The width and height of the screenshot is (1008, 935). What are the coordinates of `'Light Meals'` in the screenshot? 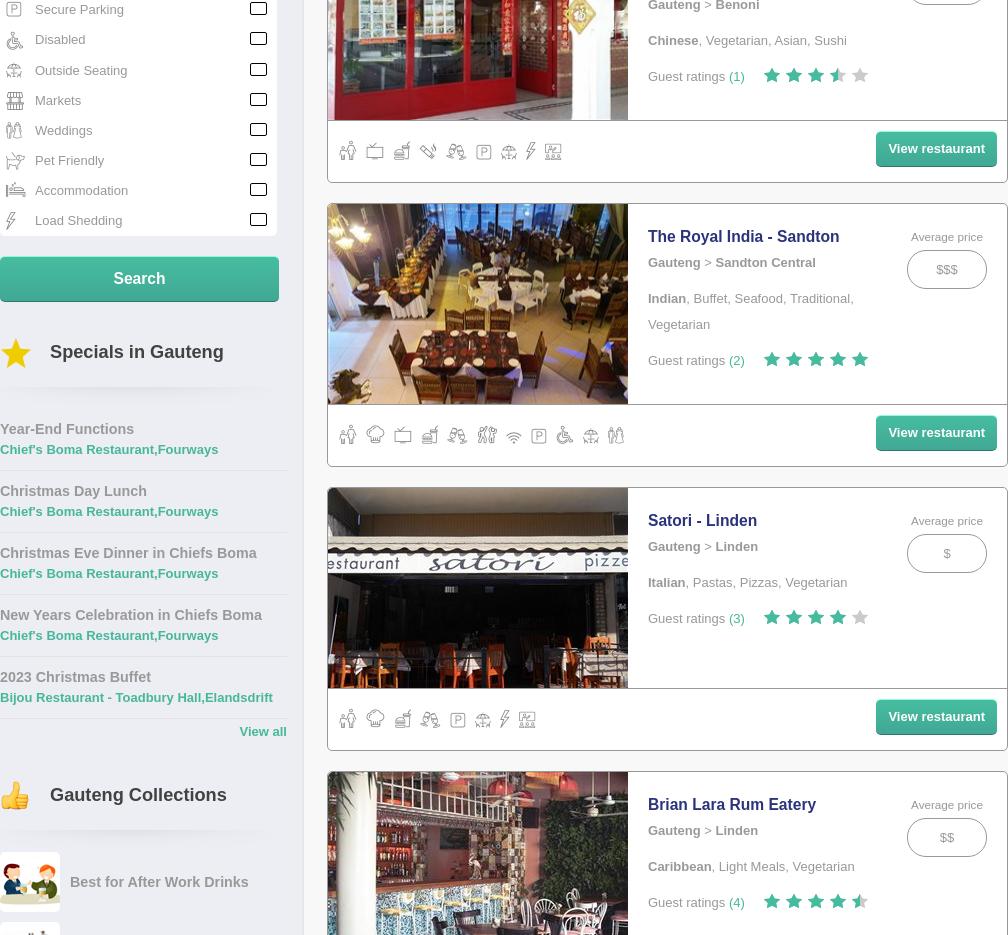 It's located at (751, 865).